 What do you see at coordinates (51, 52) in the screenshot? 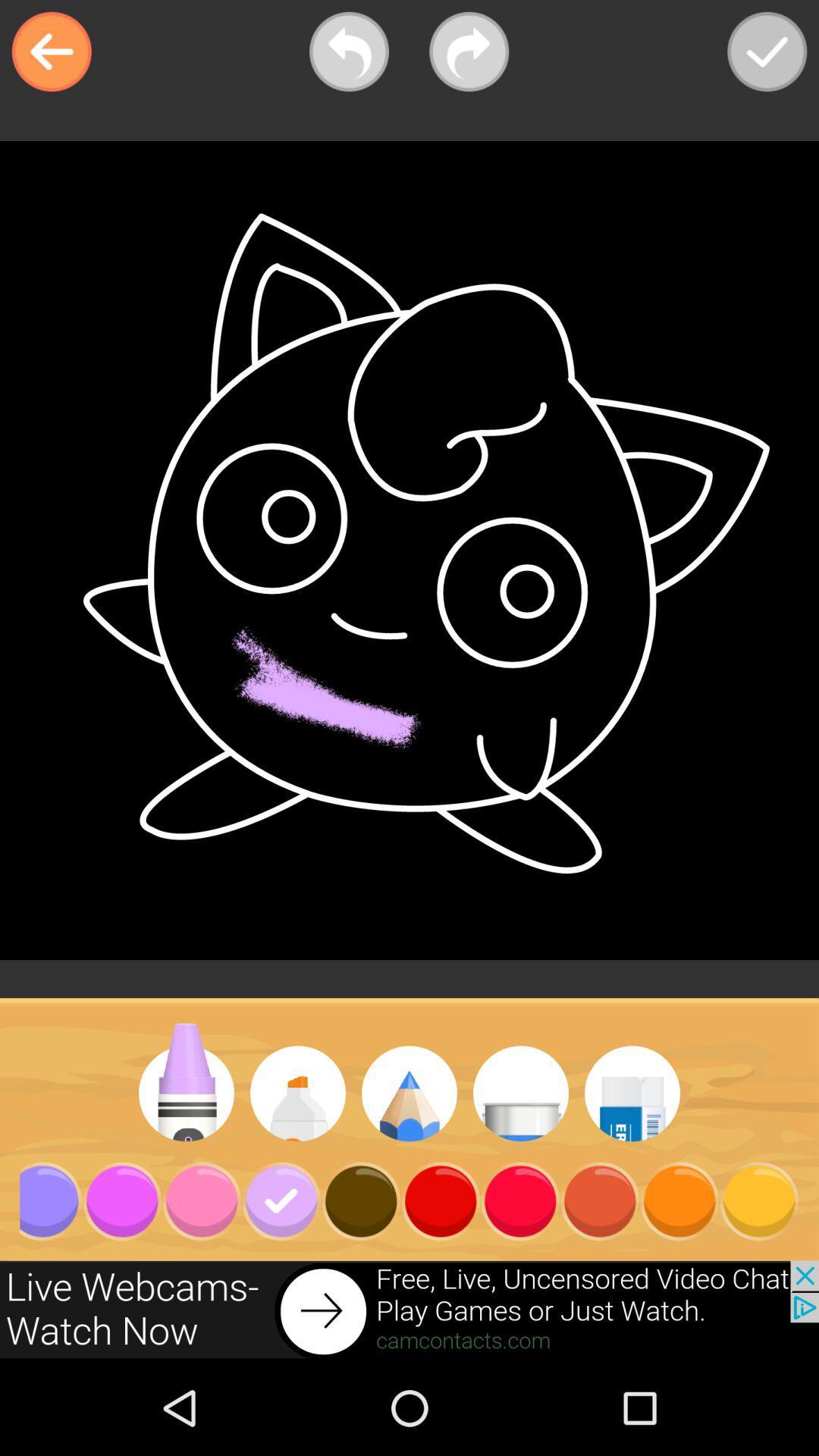
I see `the arrow_backward icon` at bounding box center [51, 52].